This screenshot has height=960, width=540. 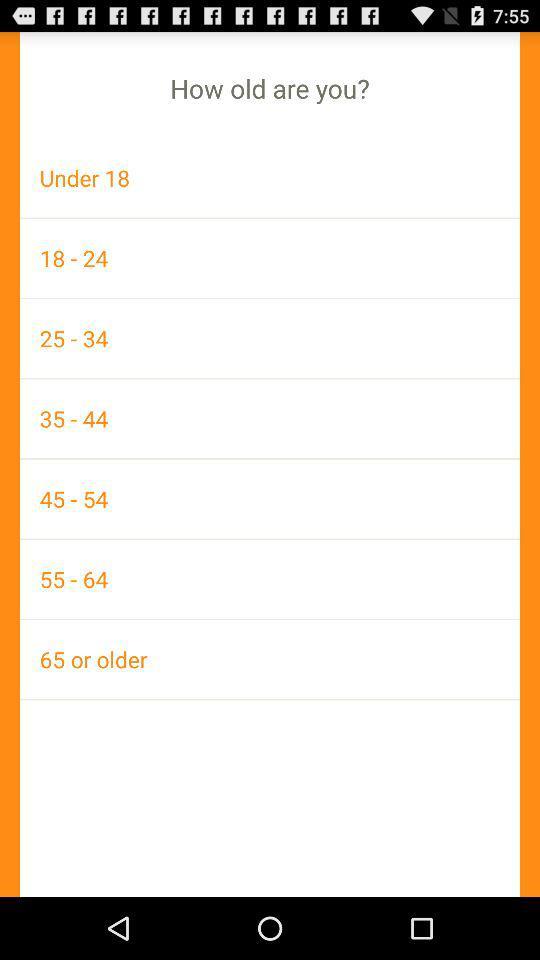 What do you see at coordinates (270, 338) in the screenshot?
I see `the 25 - 34 item` at bounding box center [270, 338].